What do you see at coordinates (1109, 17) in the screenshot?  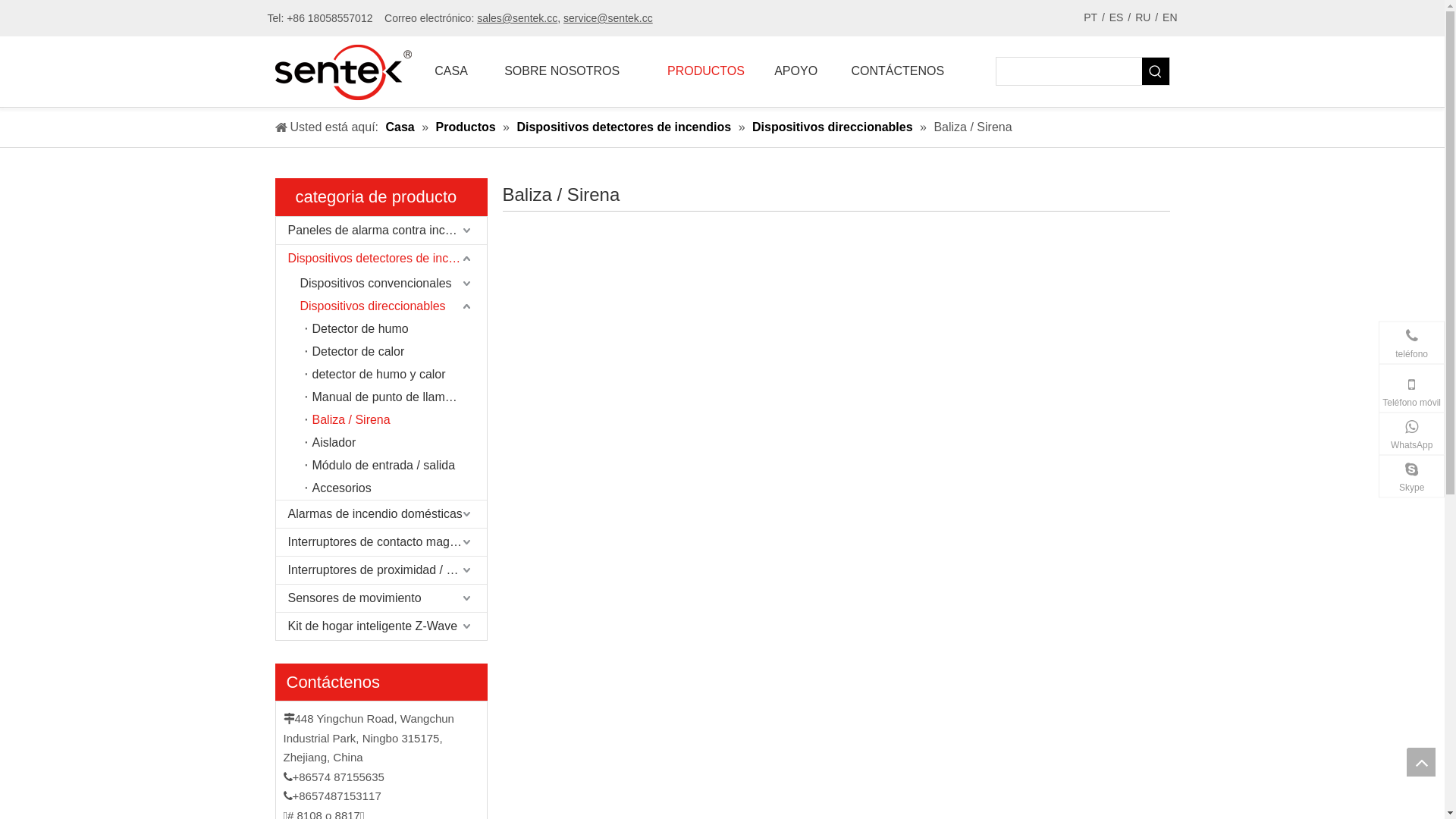 I see `'ES'` at bounding box center [1109, 17].